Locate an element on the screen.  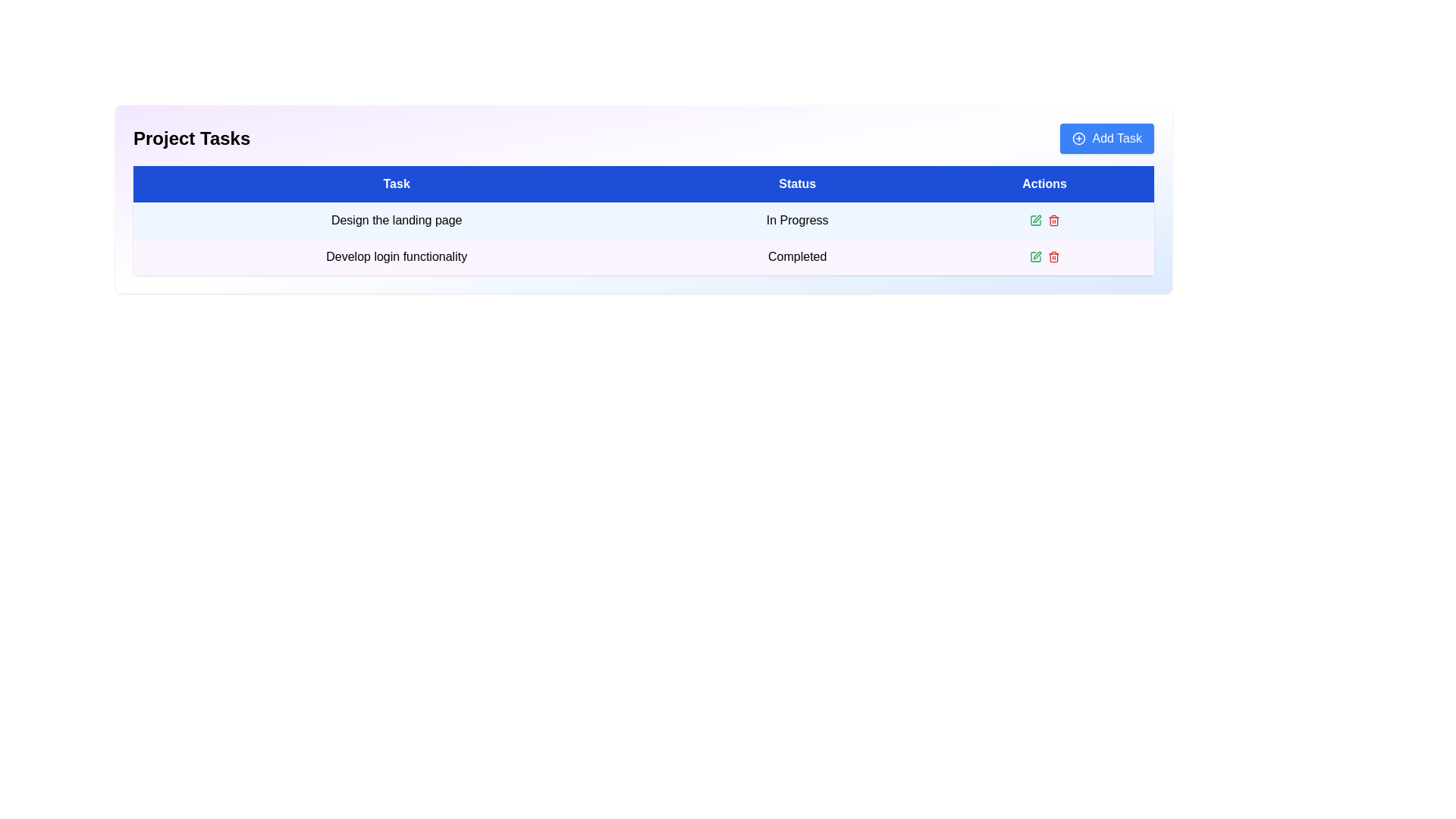
the control group containing the green pencil icon for editing and the red bin icon for deleting, located in the 'Actions' column of the first row corresponding to the task 'Design the landing page' is located at coordinates (1043, 220).